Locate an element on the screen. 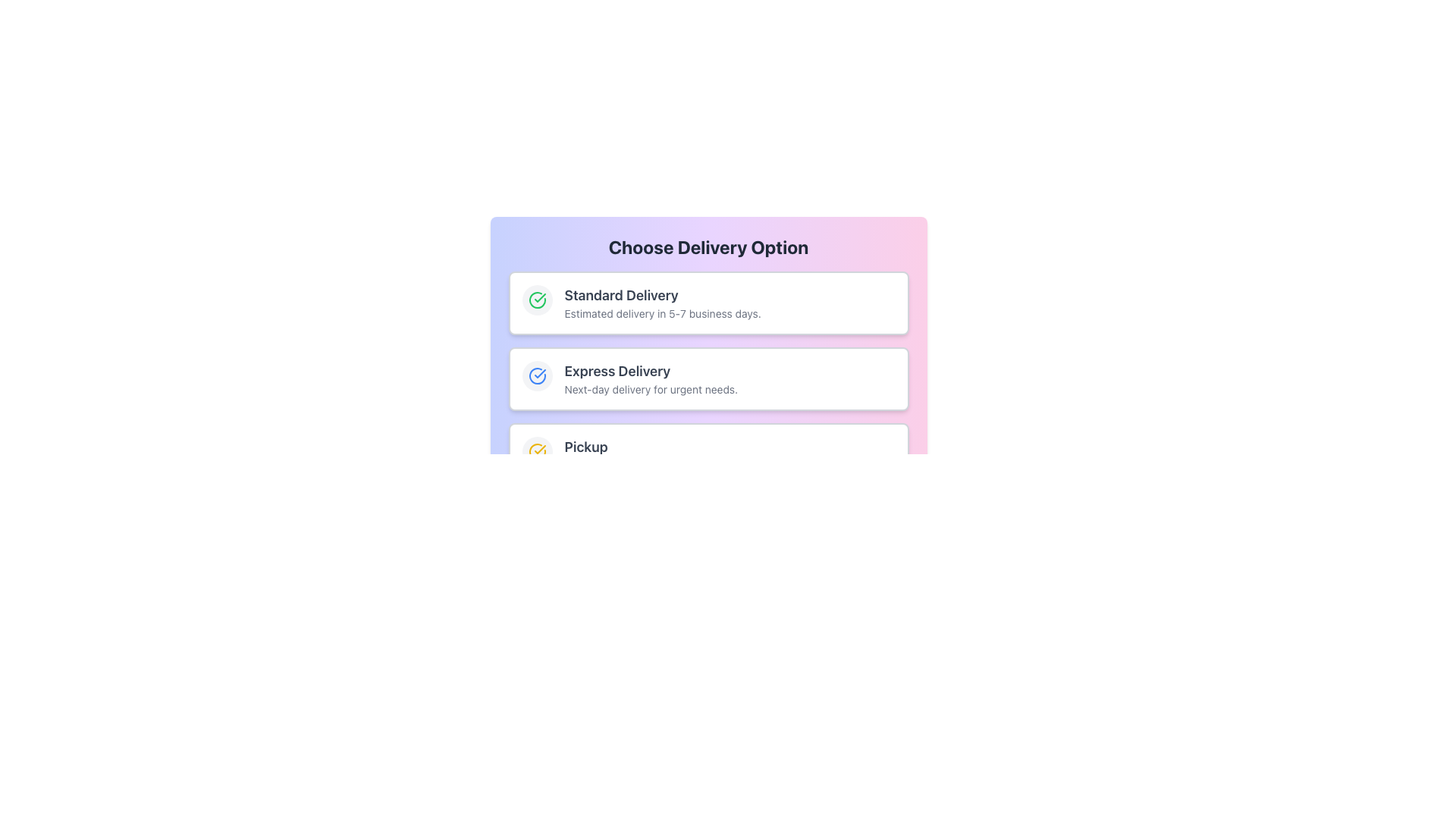 The height and width of the screenshot is (819, 1456). the green circular icon with a check mark inside it, which is part of the 'Standard Delivery' list item in the 'Choose Delivery Option' card is located at coordinates (537, 300).